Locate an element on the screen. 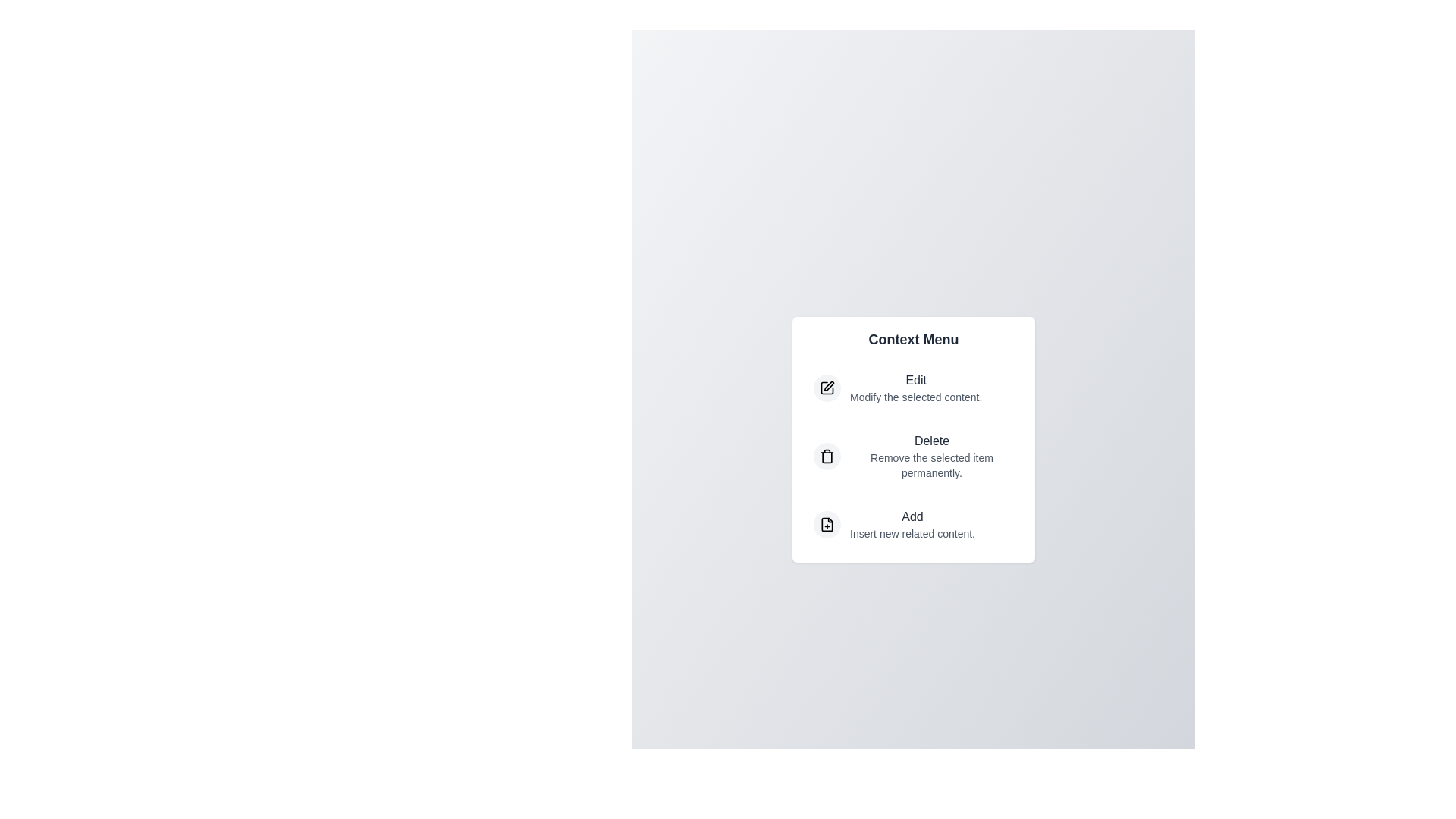 The height and width of the screenshot is (819, 1456). the 'Delete' option in the context menu to remove content is located at coordinates (912, 455).